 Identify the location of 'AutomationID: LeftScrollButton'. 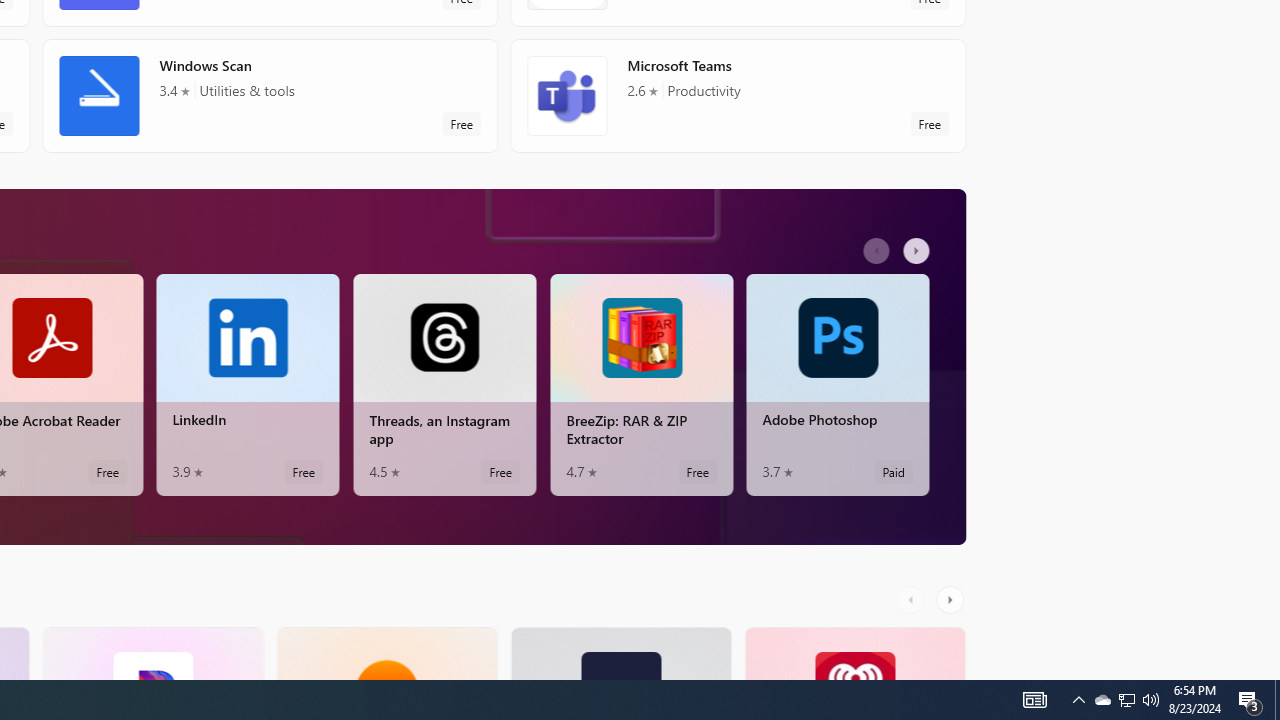
(912, 598).